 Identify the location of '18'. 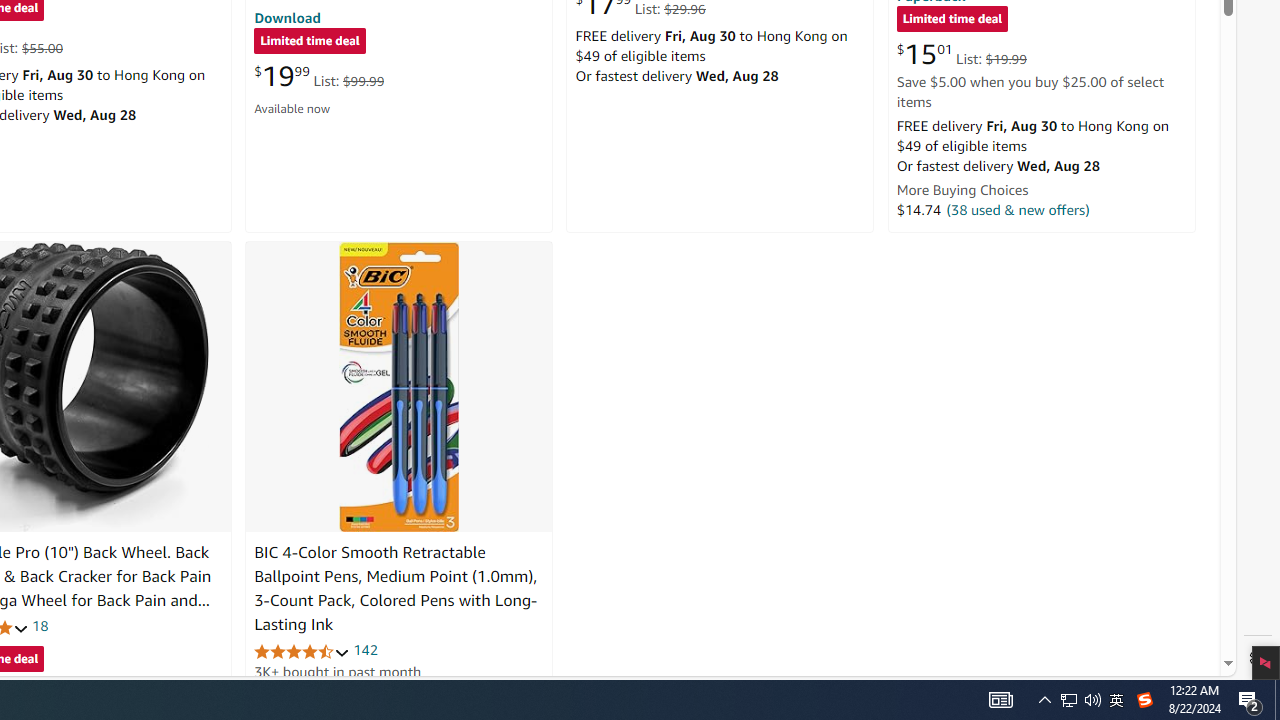
(40, 625).